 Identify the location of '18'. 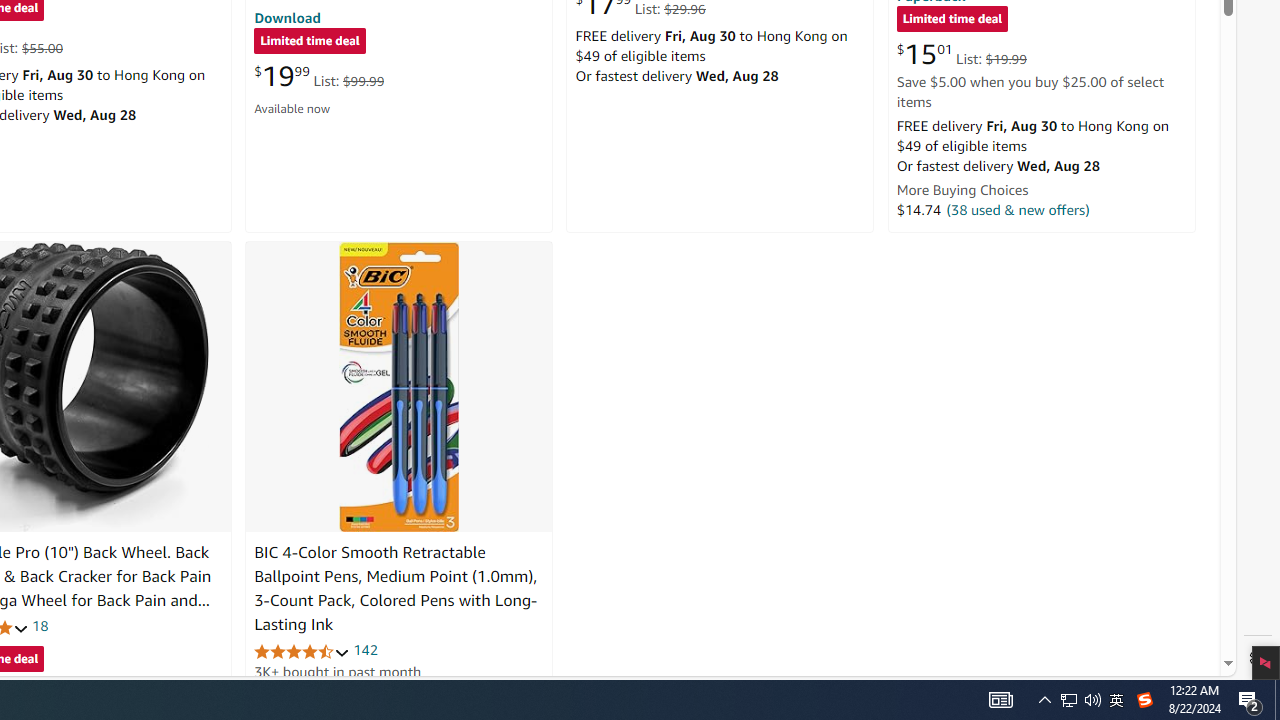
(40, 625).